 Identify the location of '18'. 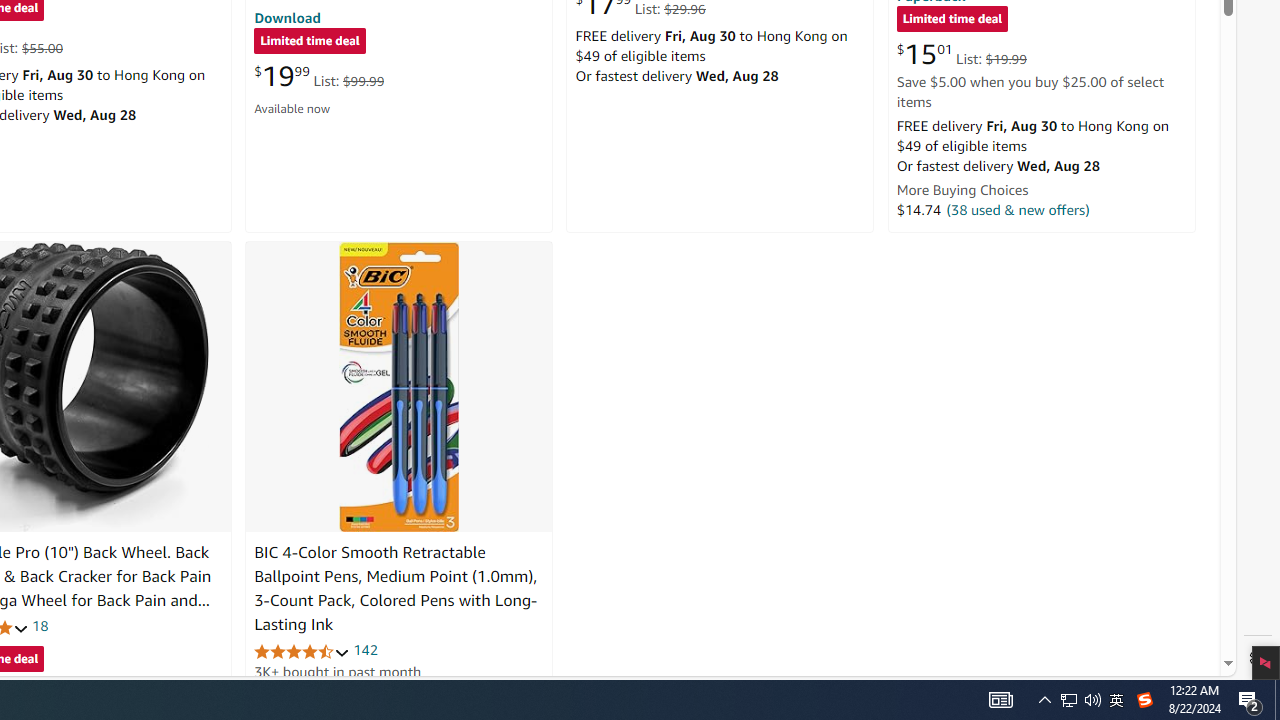
(40, 625).